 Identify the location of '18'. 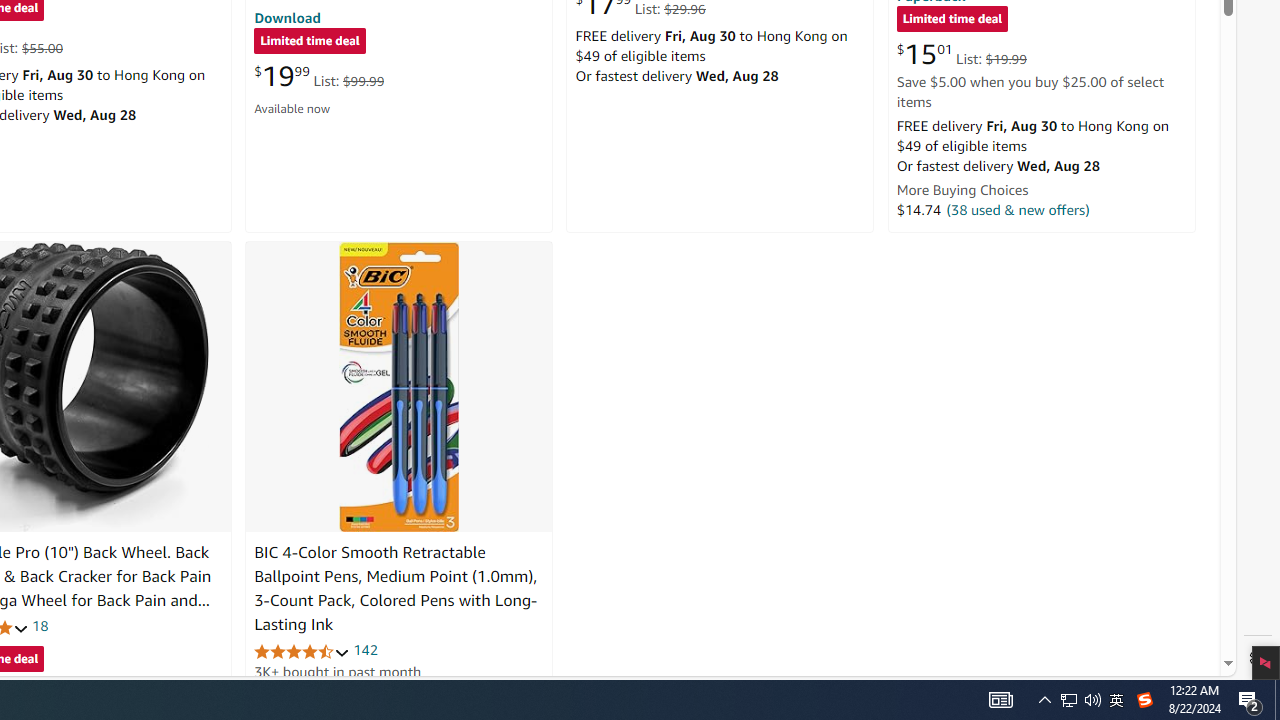
(40, 625).